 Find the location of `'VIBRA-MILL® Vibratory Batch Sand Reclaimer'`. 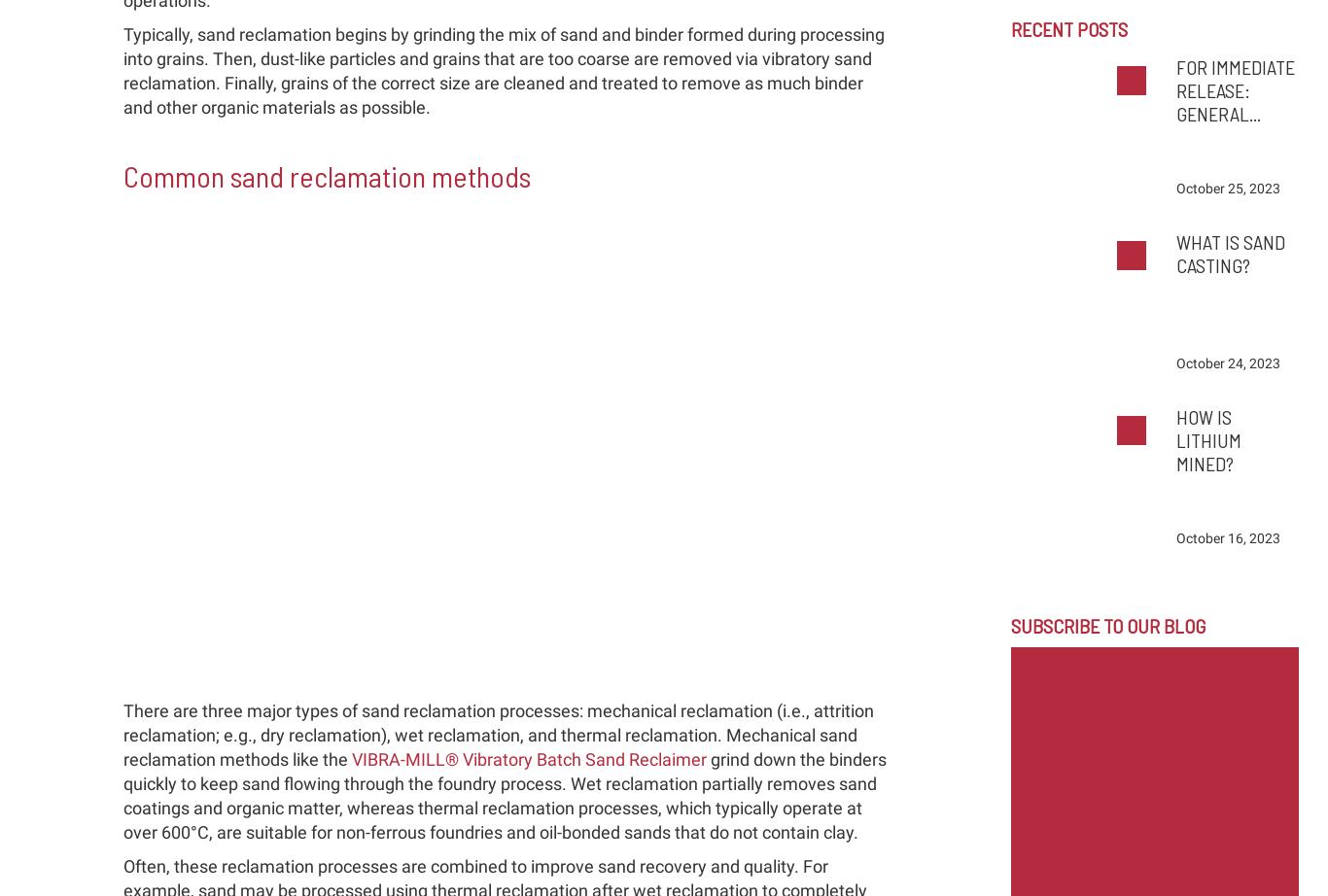

'VIBRA-MILL® Vibratory Batch Sand Reclaimer' is located at coordinates (528, 757).